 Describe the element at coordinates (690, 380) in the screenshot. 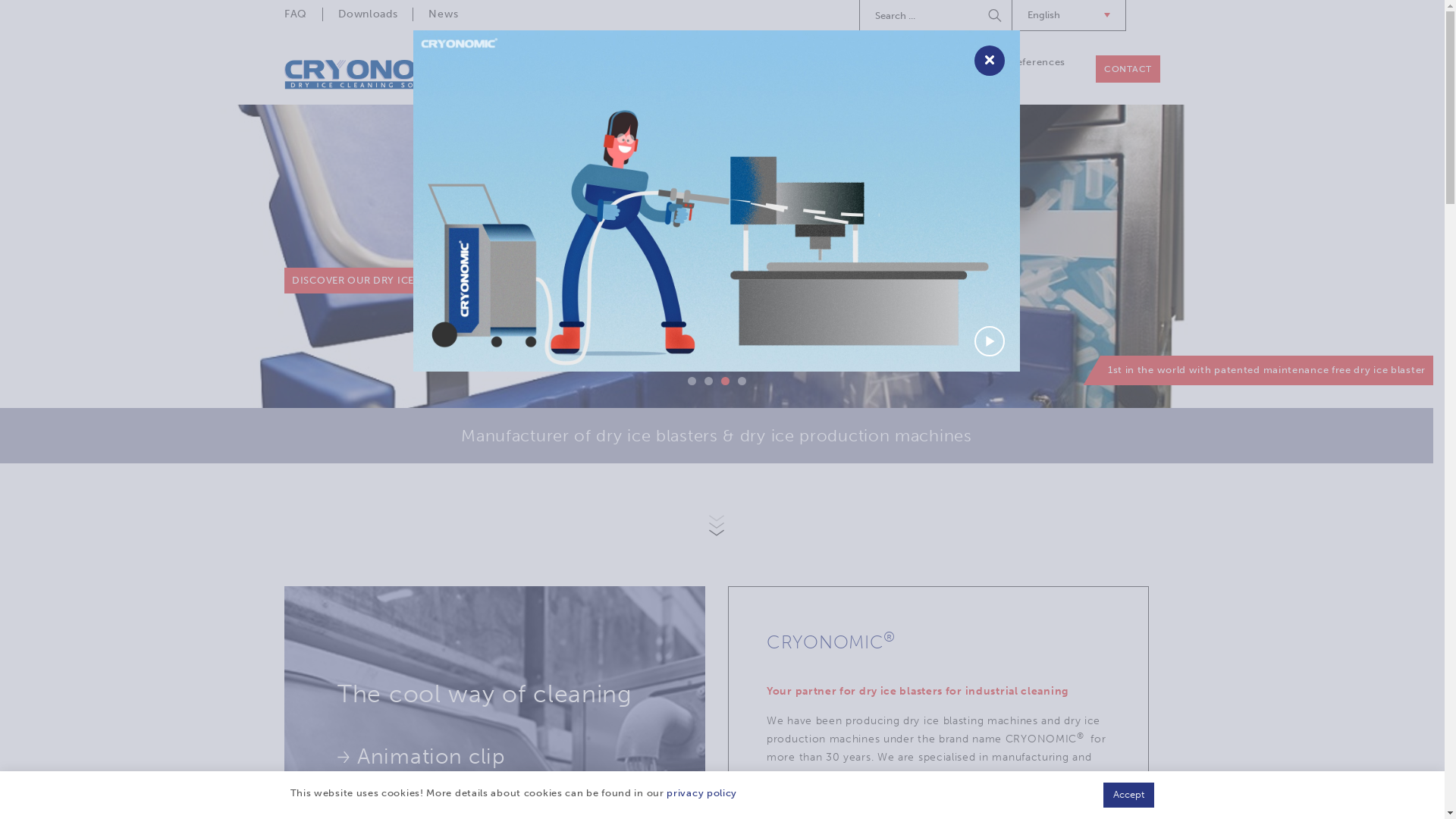

I see `'1'` at that location.